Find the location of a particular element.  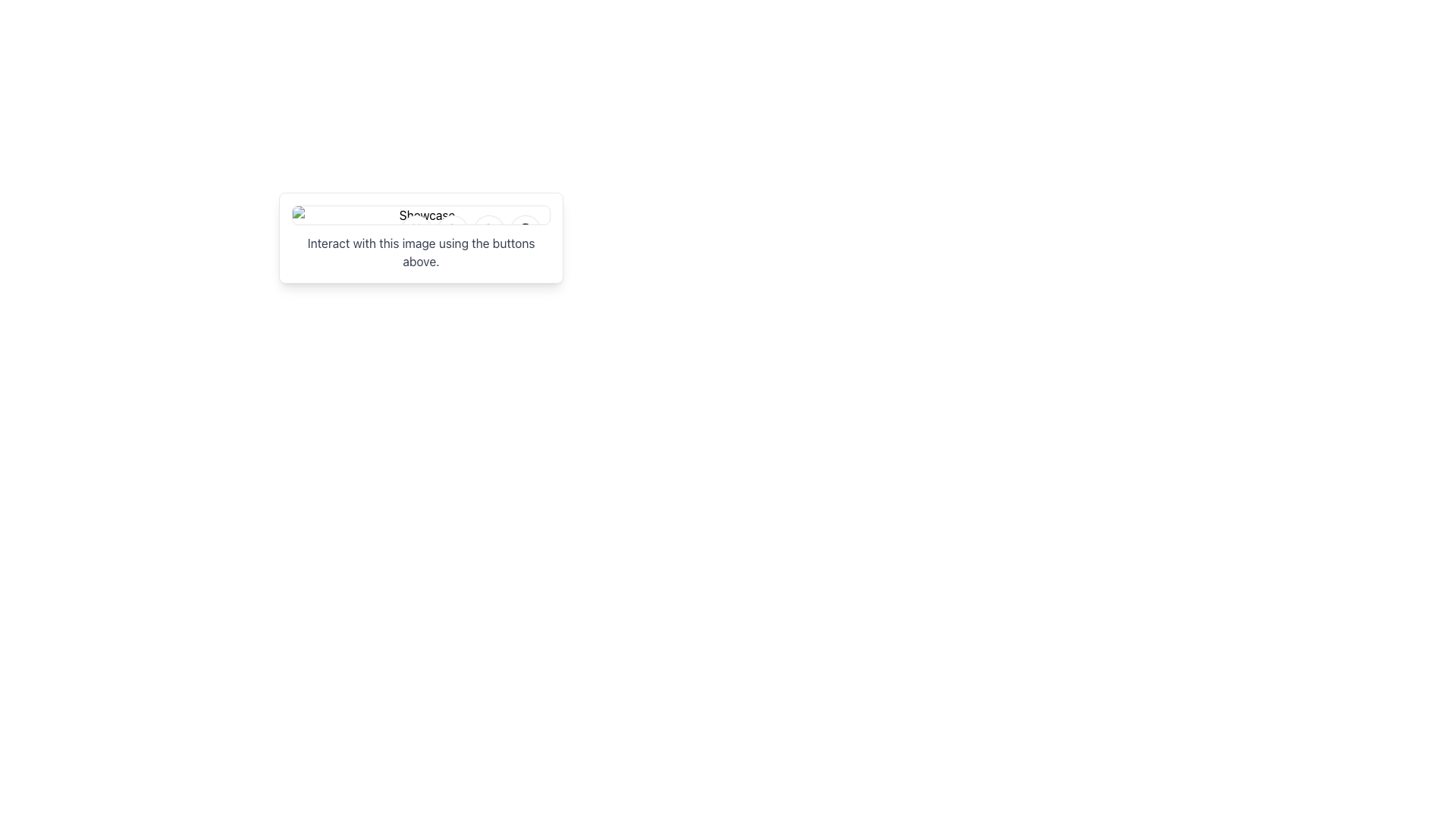

the circular informational icon with an 'i' symbol is located at coordinates (525, 231).